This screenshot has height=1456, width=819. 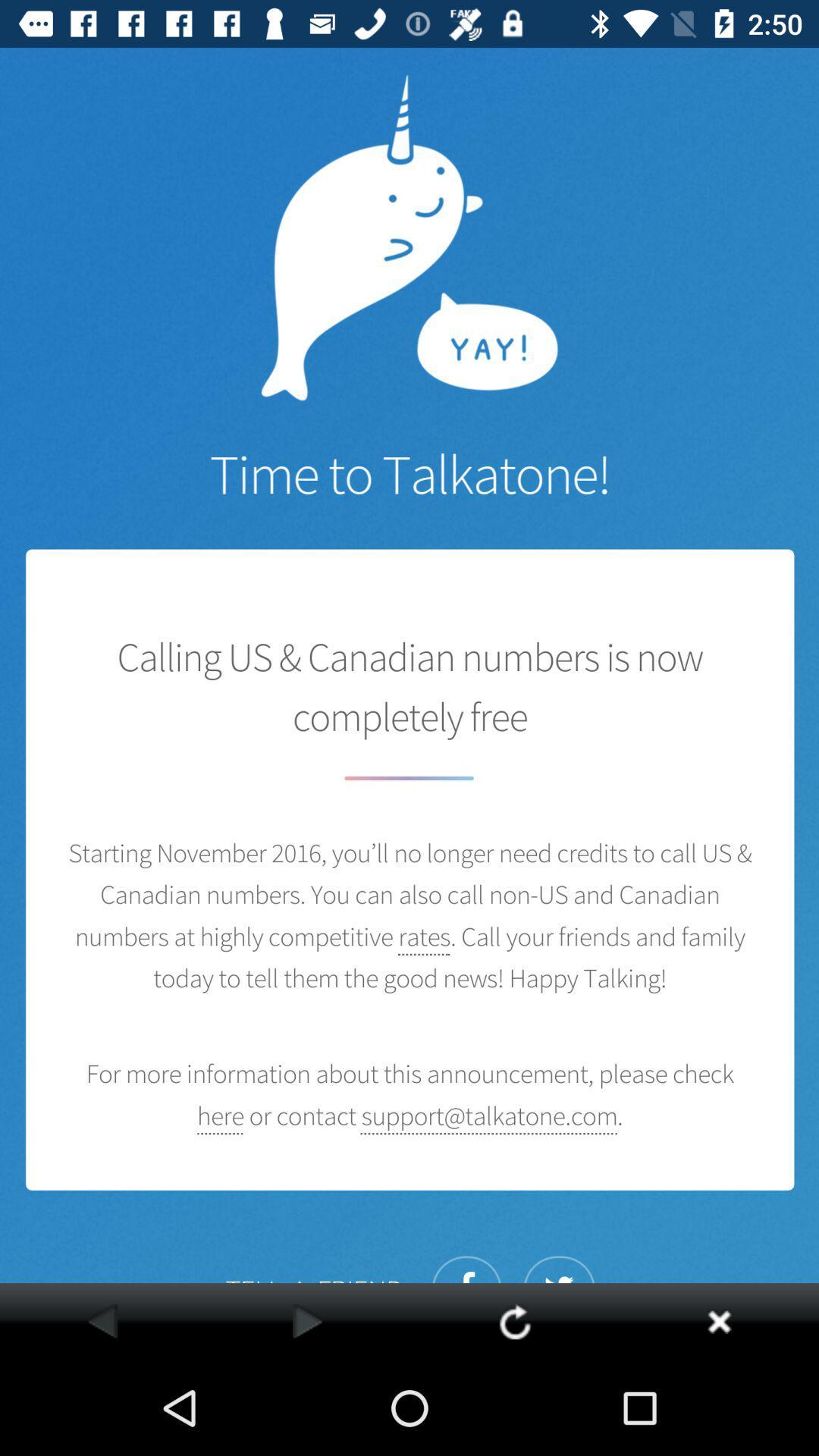 I want to click on refresh page, so click(x=514, y=1320).